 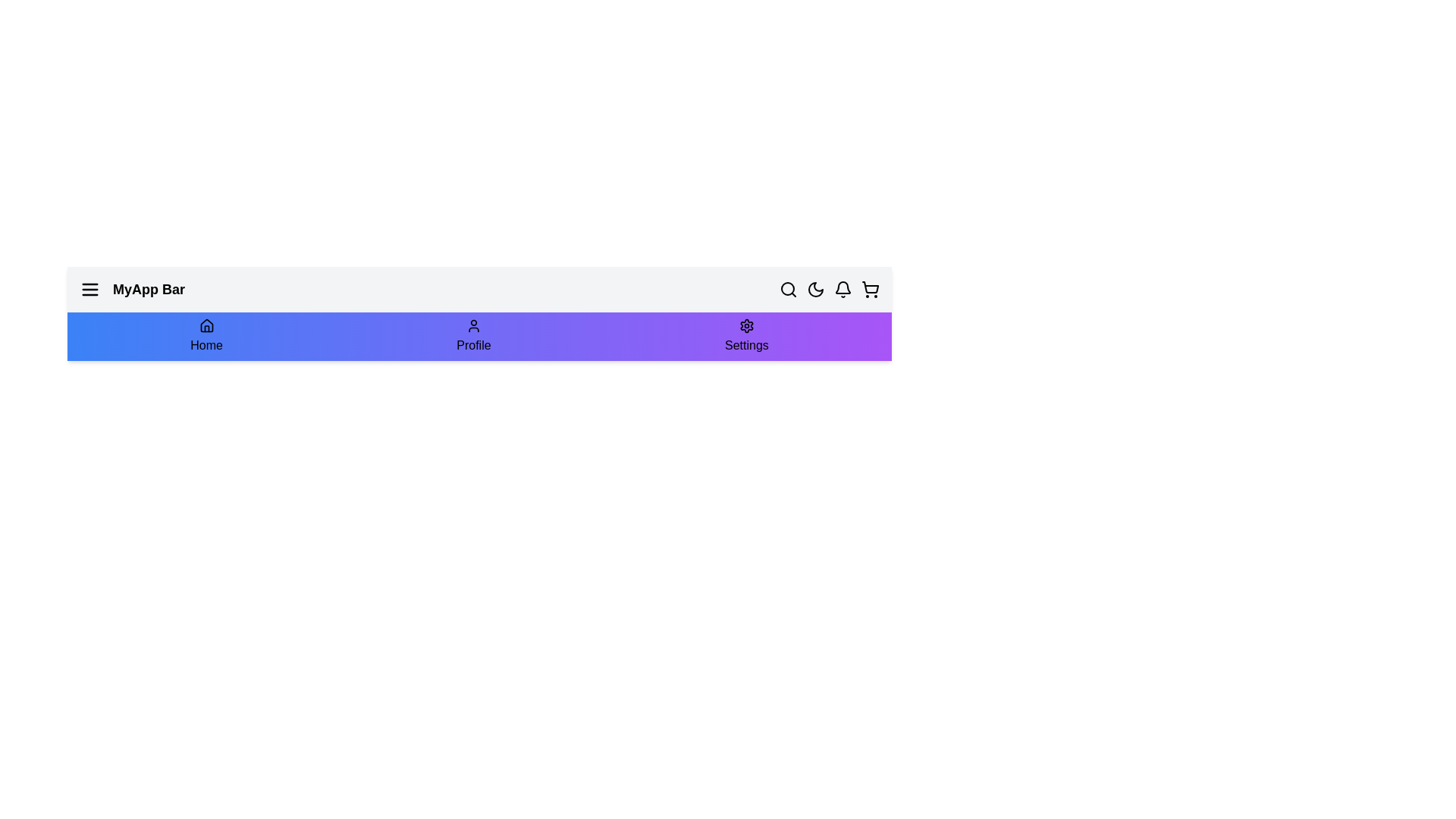 What do you see at coordinates (472, 335) in the screenshot?
I see `the Profile icon to navigate to the Profile page` at bounding box center [472, 335].